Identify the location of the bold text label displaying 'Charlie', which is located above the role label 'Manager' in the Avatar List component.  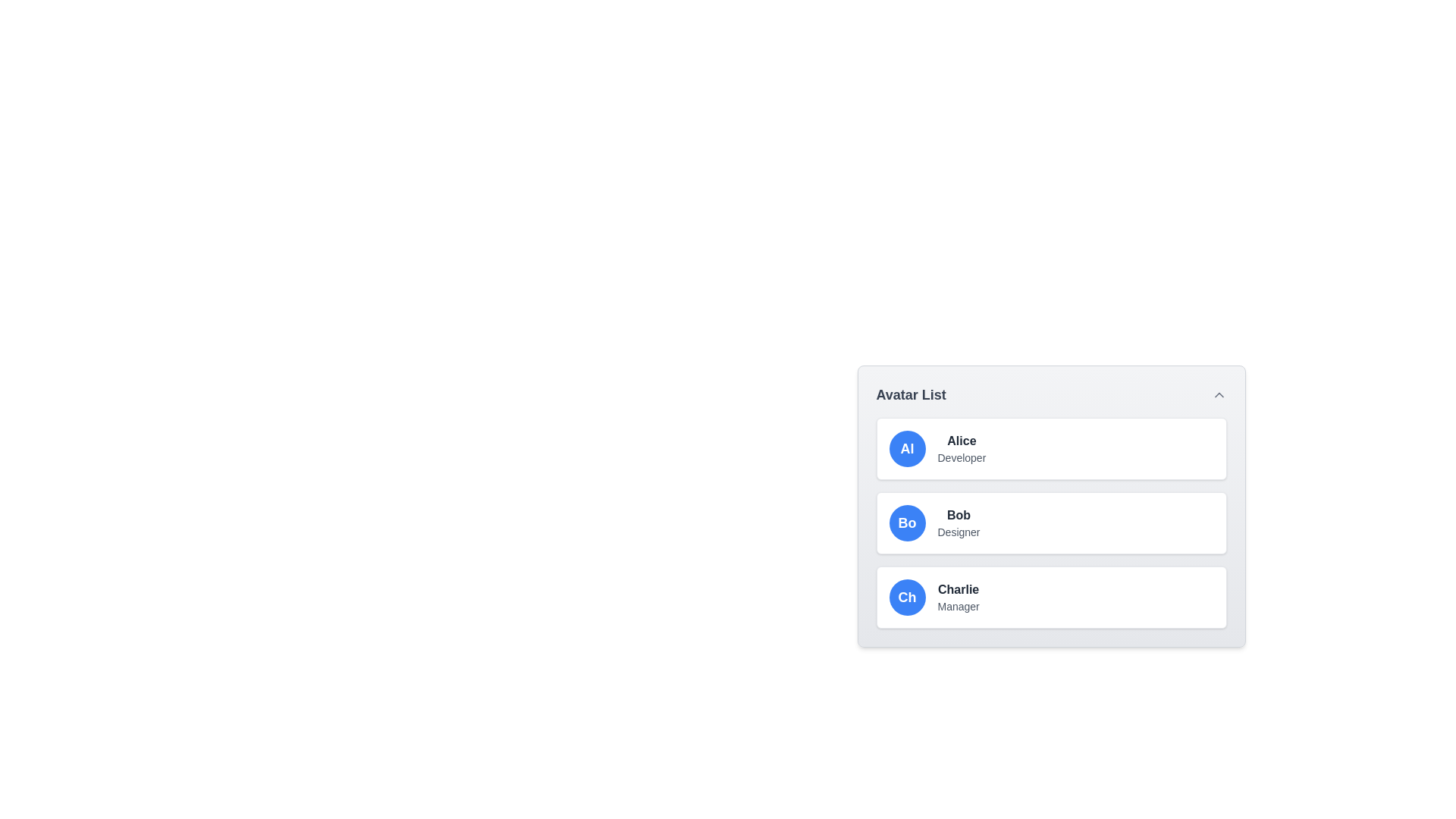
(958, 589).